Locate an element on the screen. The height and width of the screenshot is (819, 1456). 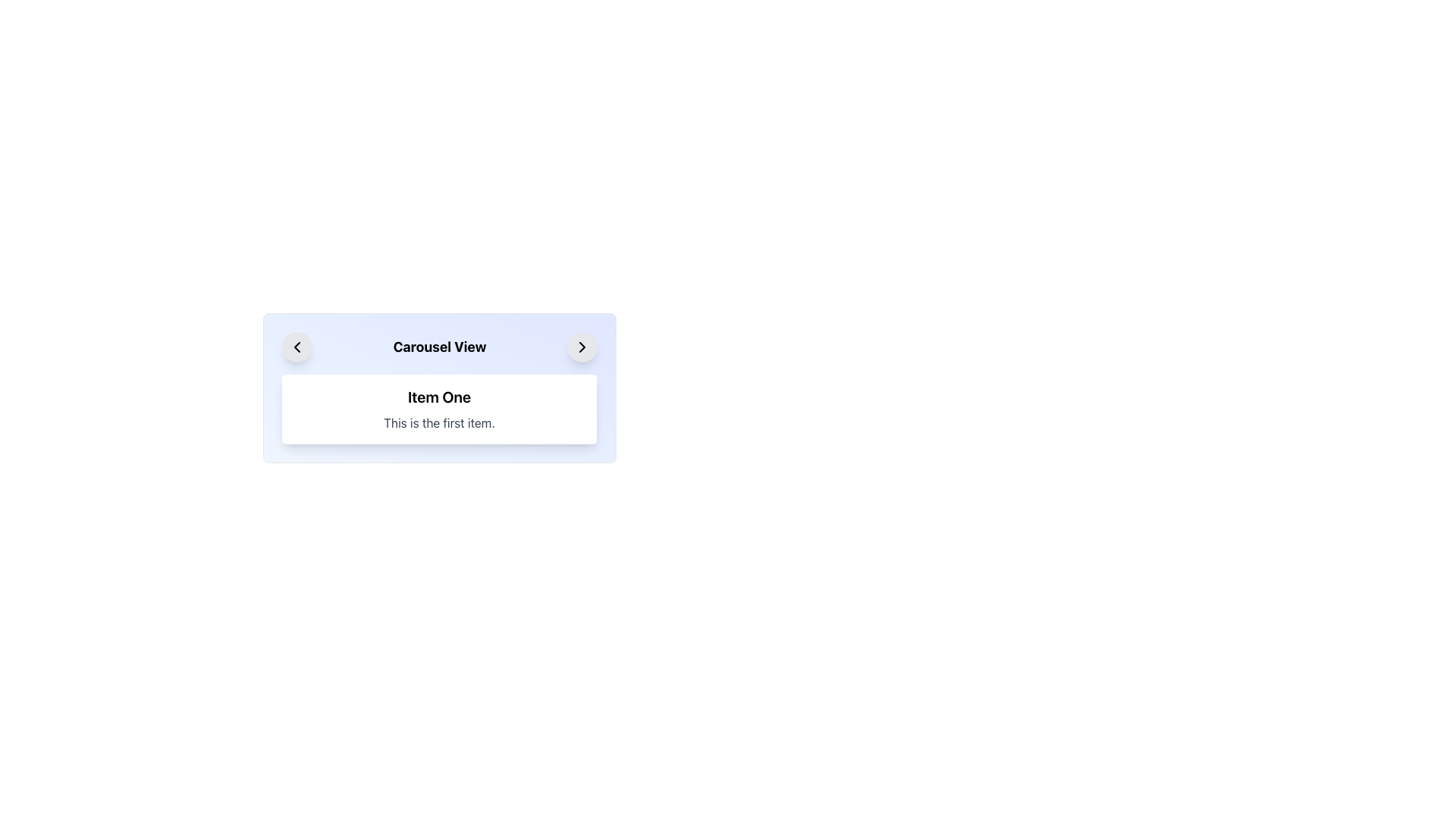
the first carousel item displaying 'Item One' in the carousel located below the title 'Carousel View' is located at coordinates (439, 409).